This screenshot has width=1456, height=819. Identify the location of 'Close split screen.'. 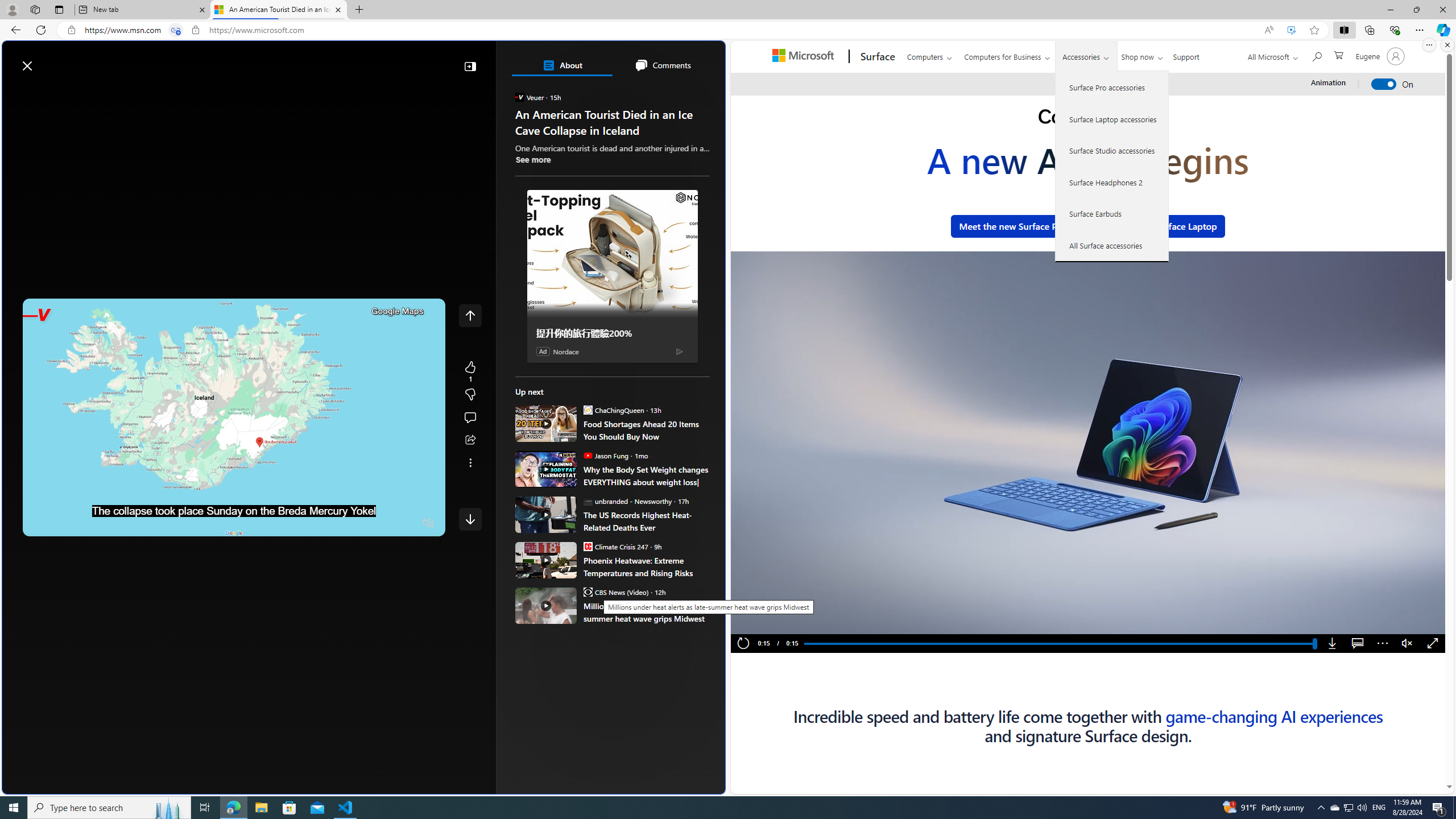
(1446, 44).